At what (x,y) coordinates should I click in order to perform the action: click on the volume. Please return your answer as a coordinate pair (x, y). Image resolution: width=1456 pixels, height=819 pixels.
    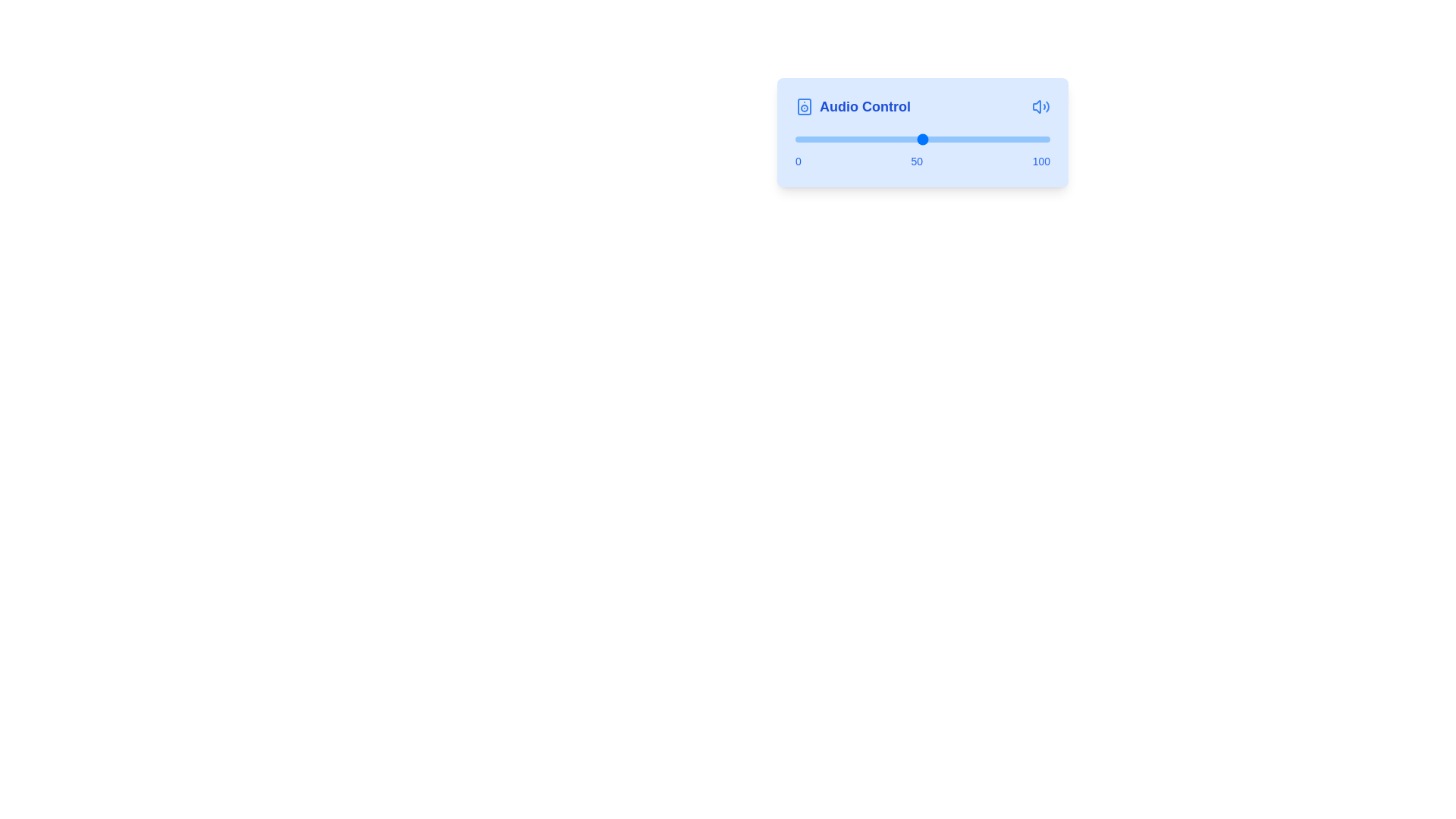
    Looking at the image, I should click on (958, 140).